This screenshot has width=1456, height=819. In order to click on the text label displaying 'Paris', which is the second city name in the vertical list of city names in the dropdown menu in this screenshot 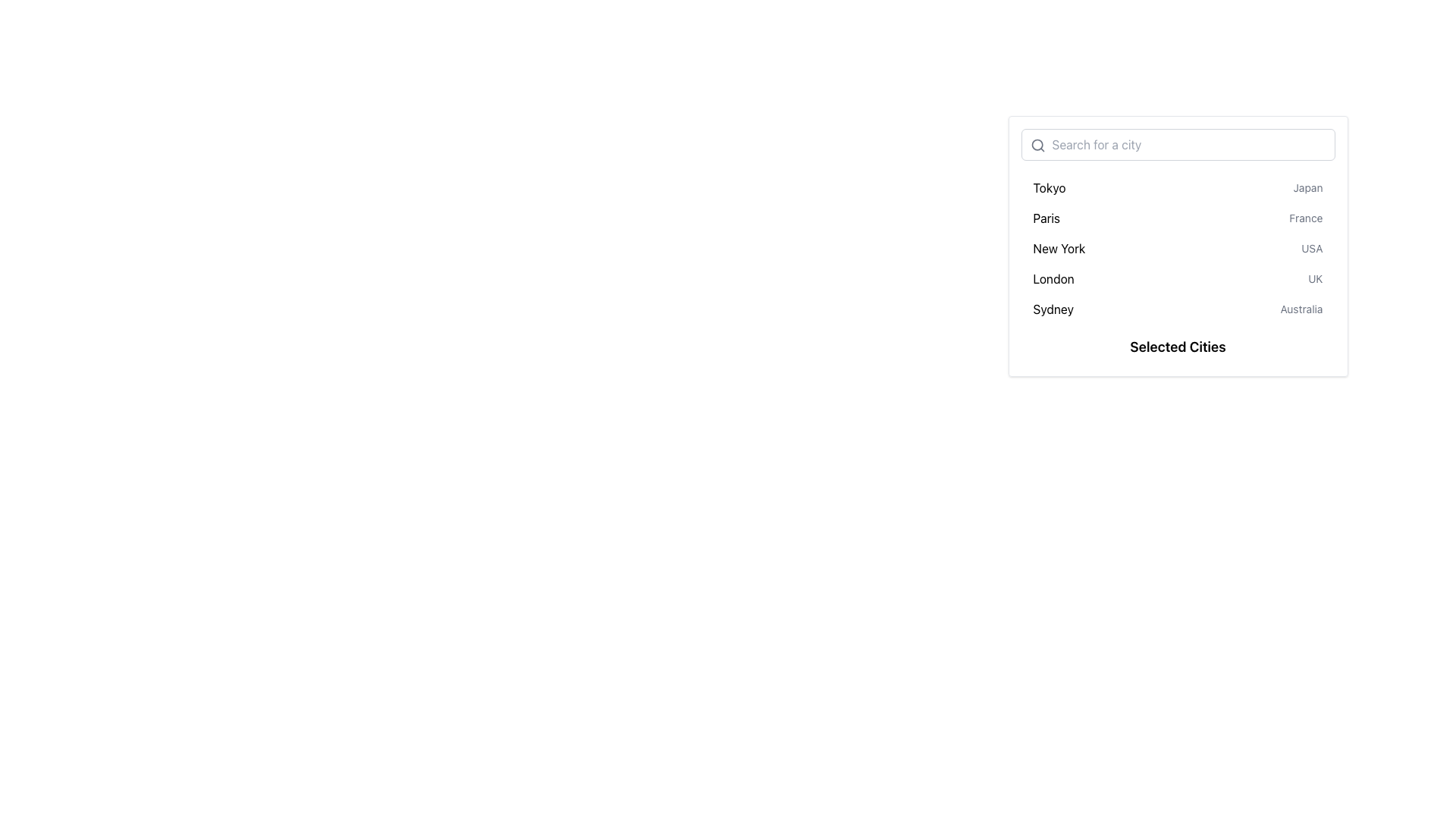, I will do `click(1046, 218)`.